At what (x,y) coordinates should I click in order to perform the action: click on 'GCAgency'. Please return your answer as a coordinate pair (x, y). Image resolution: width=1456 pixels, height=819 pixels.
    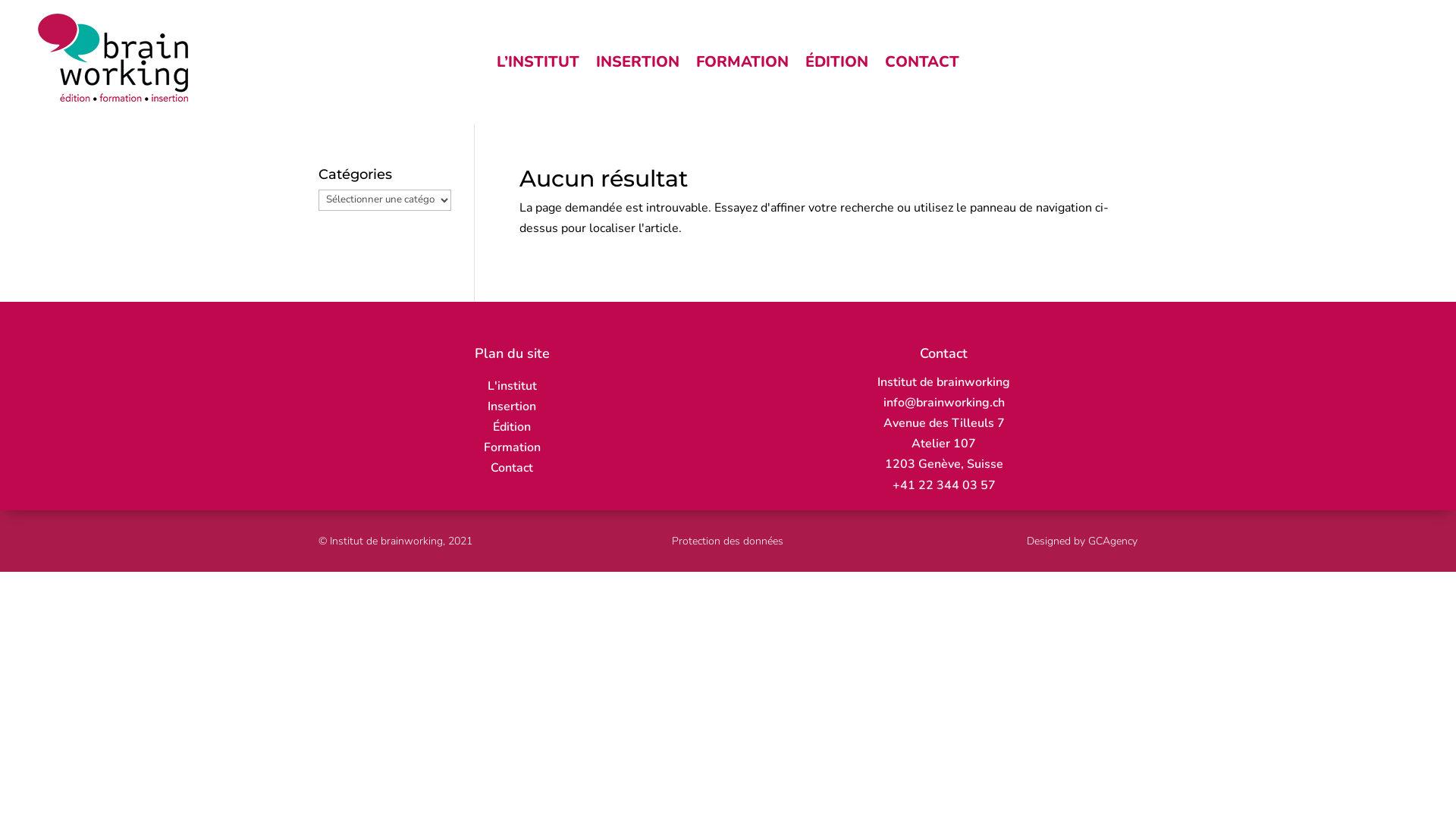
    Looking at the image, I should click on (1087, 540).